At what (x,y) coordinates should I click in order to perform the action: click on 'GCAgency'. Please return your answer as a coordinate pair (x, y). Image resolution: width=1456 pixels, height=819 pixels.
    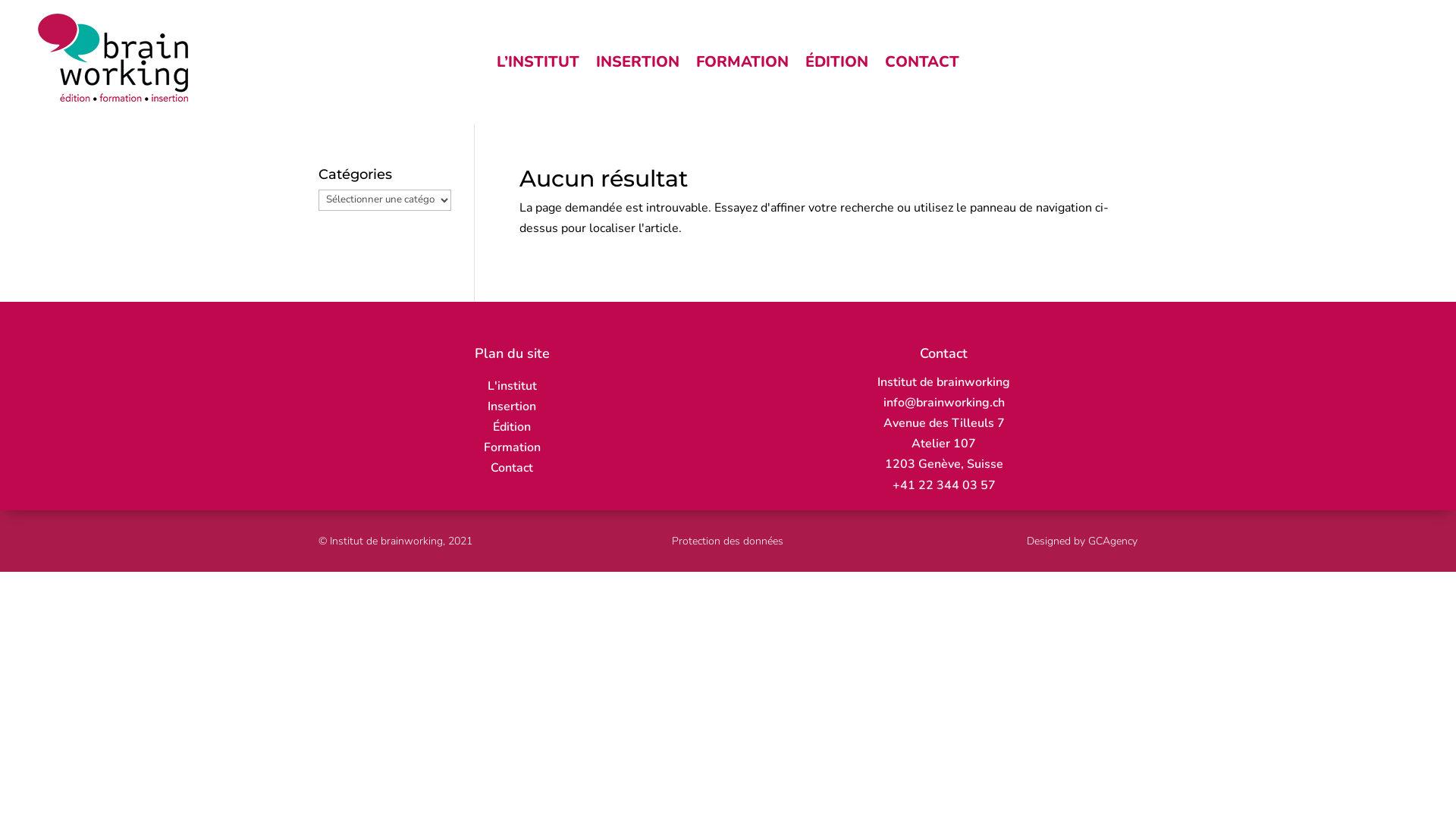
    Looking at the image, I should click on (1087, 540).